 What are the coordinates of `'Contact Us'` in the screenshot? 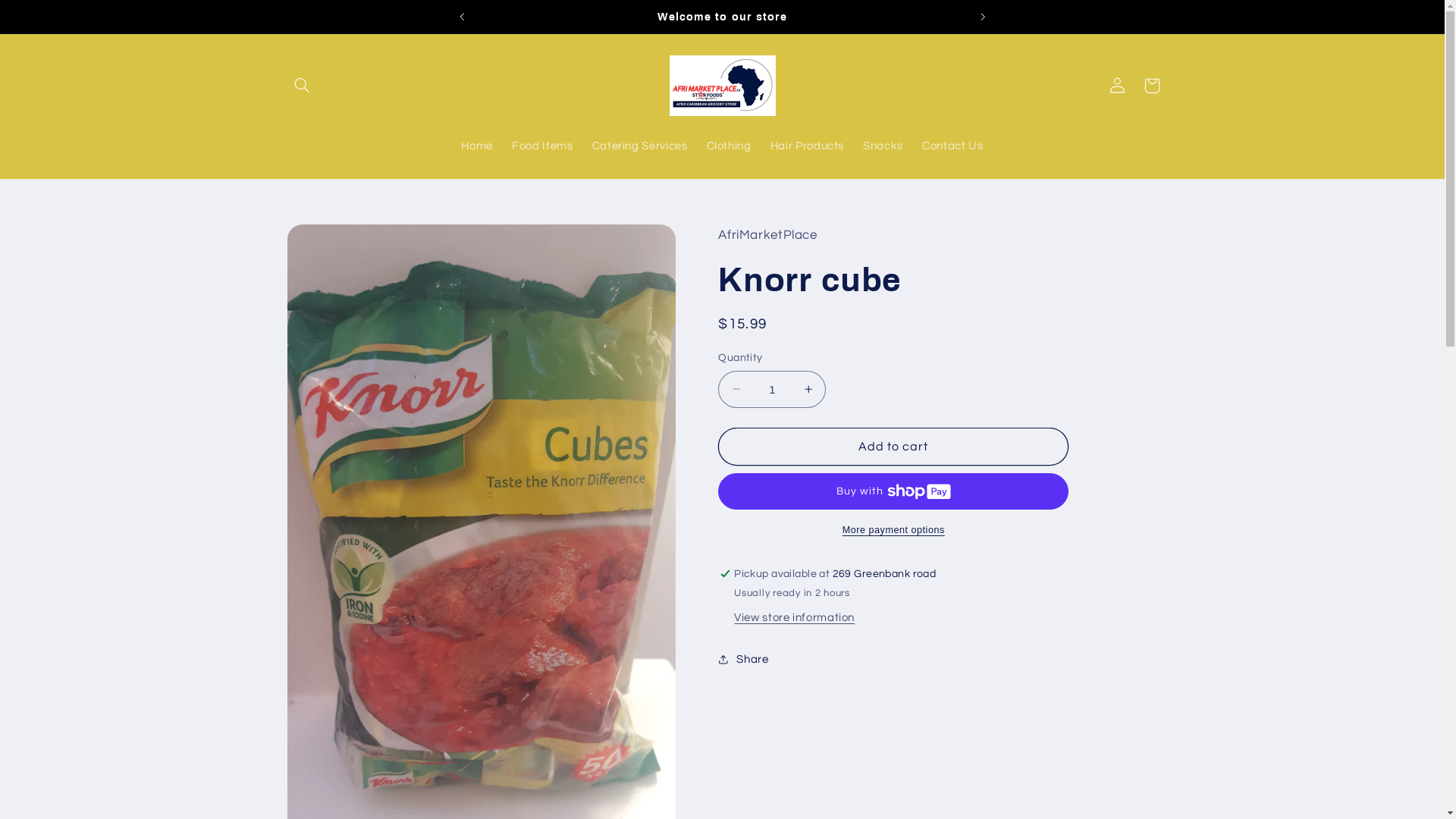 It's located at (952, 146).